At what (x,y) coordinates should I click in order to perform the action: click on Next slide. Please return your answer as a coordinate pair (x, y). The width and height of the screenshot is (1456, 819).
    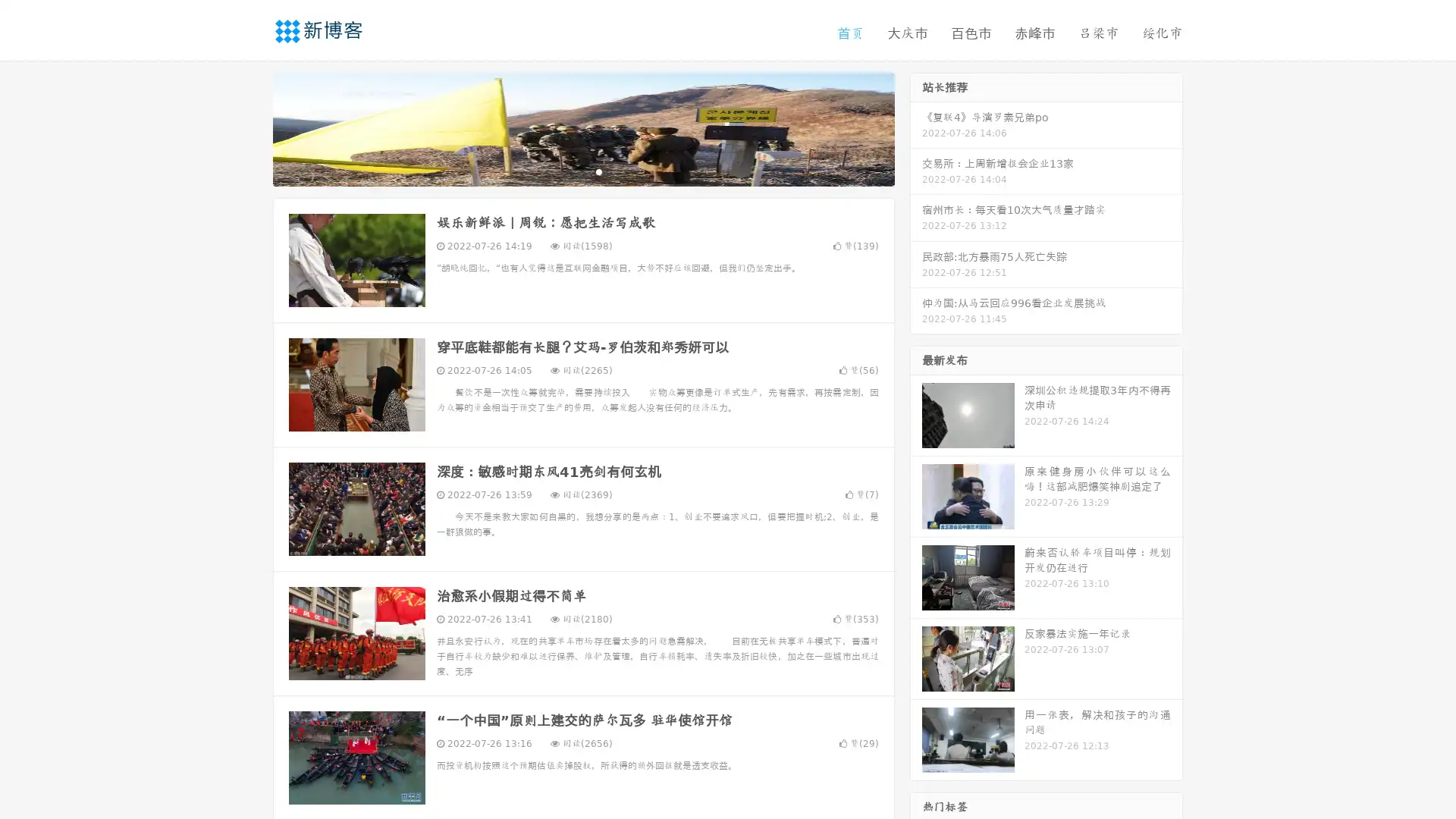
    Looking at the image, I should click on (916, 127).